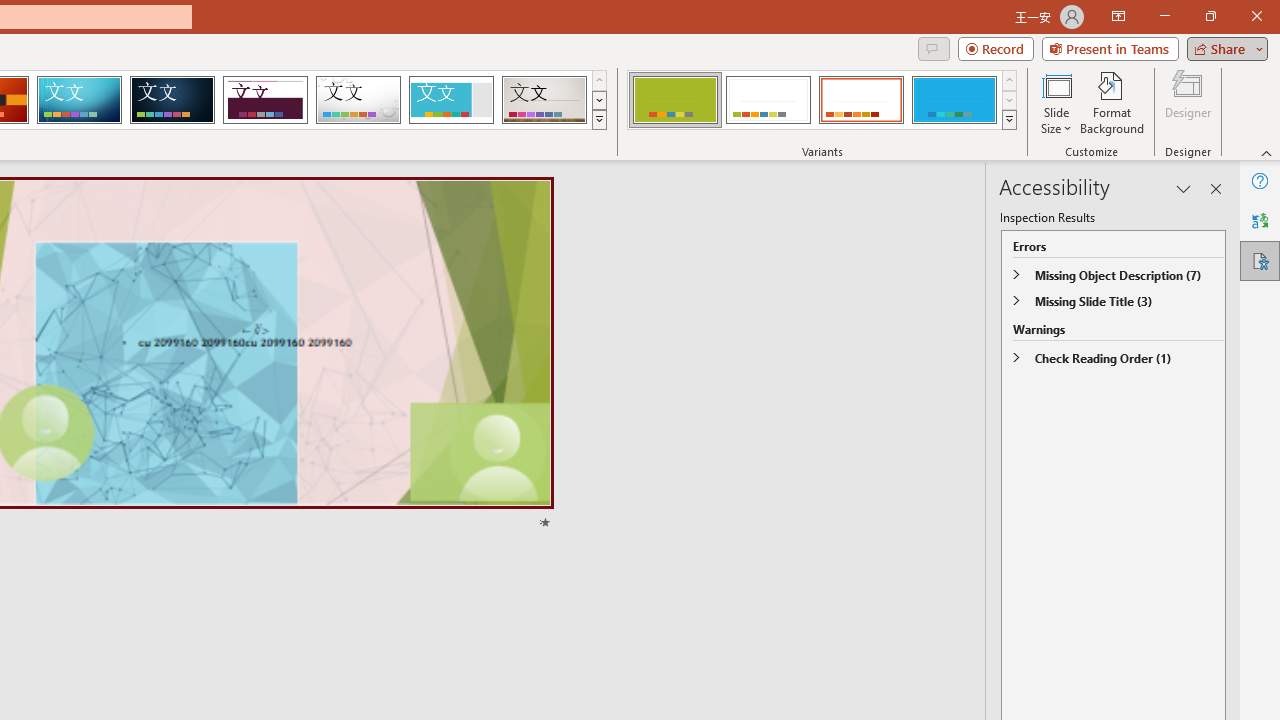 This screenshot has width=1280, height=720. Describe the element at coordinates (544, 100) in the screenshot. I see `'Gallery'` at that location.